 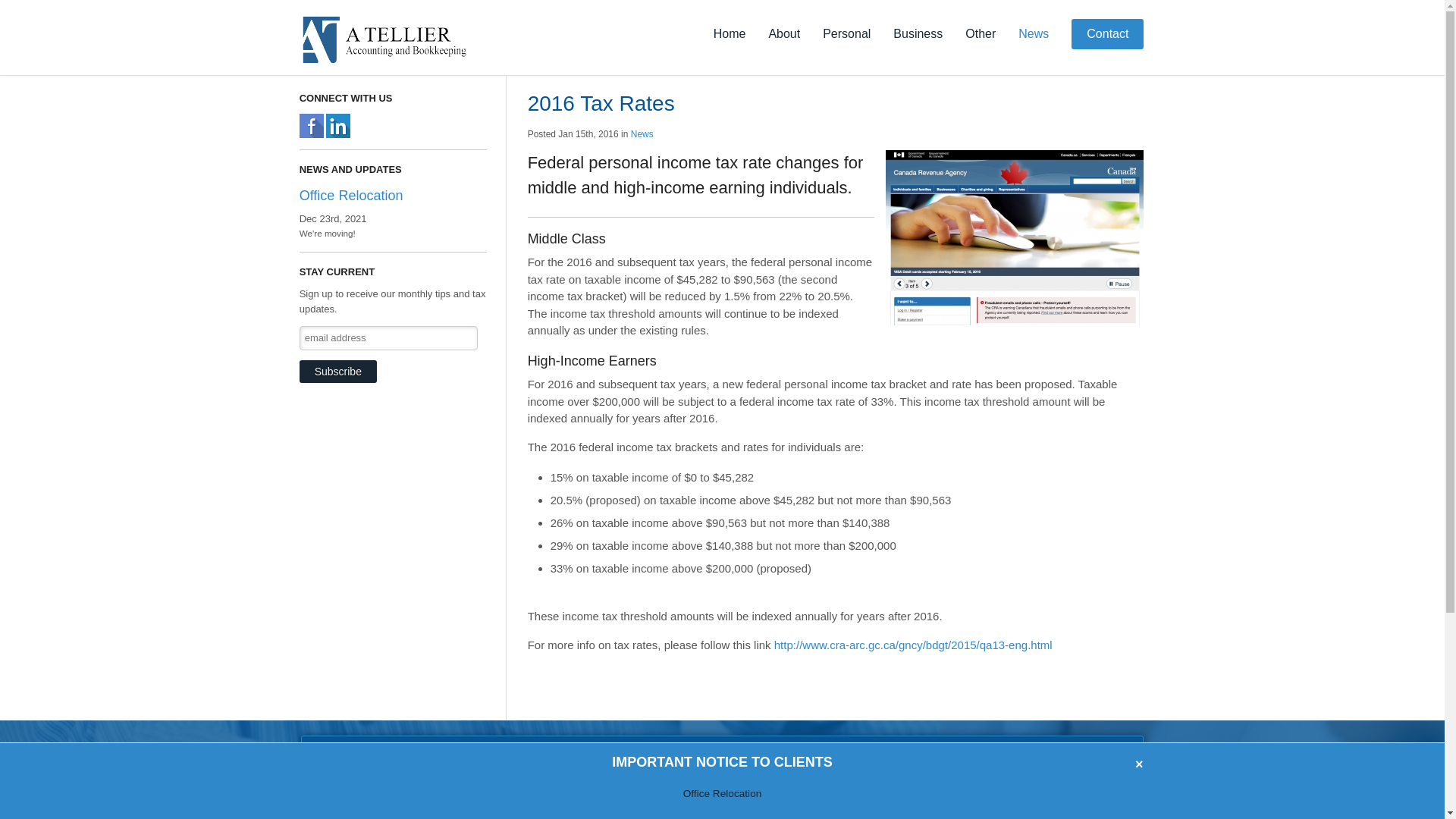 I want to click on 'Office Relocation', so click(x=722, y=791).